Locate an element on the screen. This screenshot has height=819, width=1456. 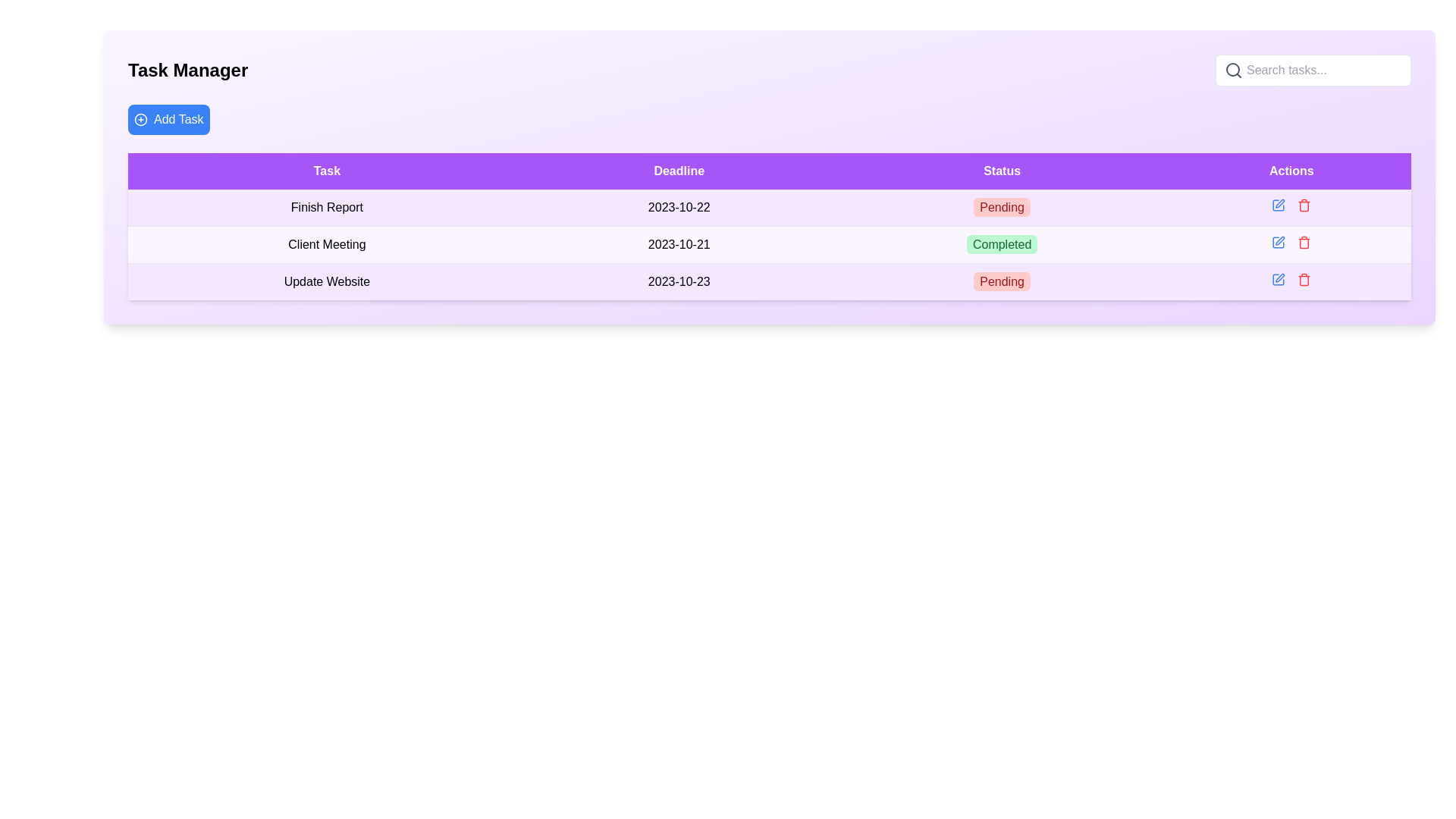
the text label styled as a status indicator in the third column labeled 'Status' of a task management table, which indicates the status as 'Pending' is located at coordinates (1002, 207).